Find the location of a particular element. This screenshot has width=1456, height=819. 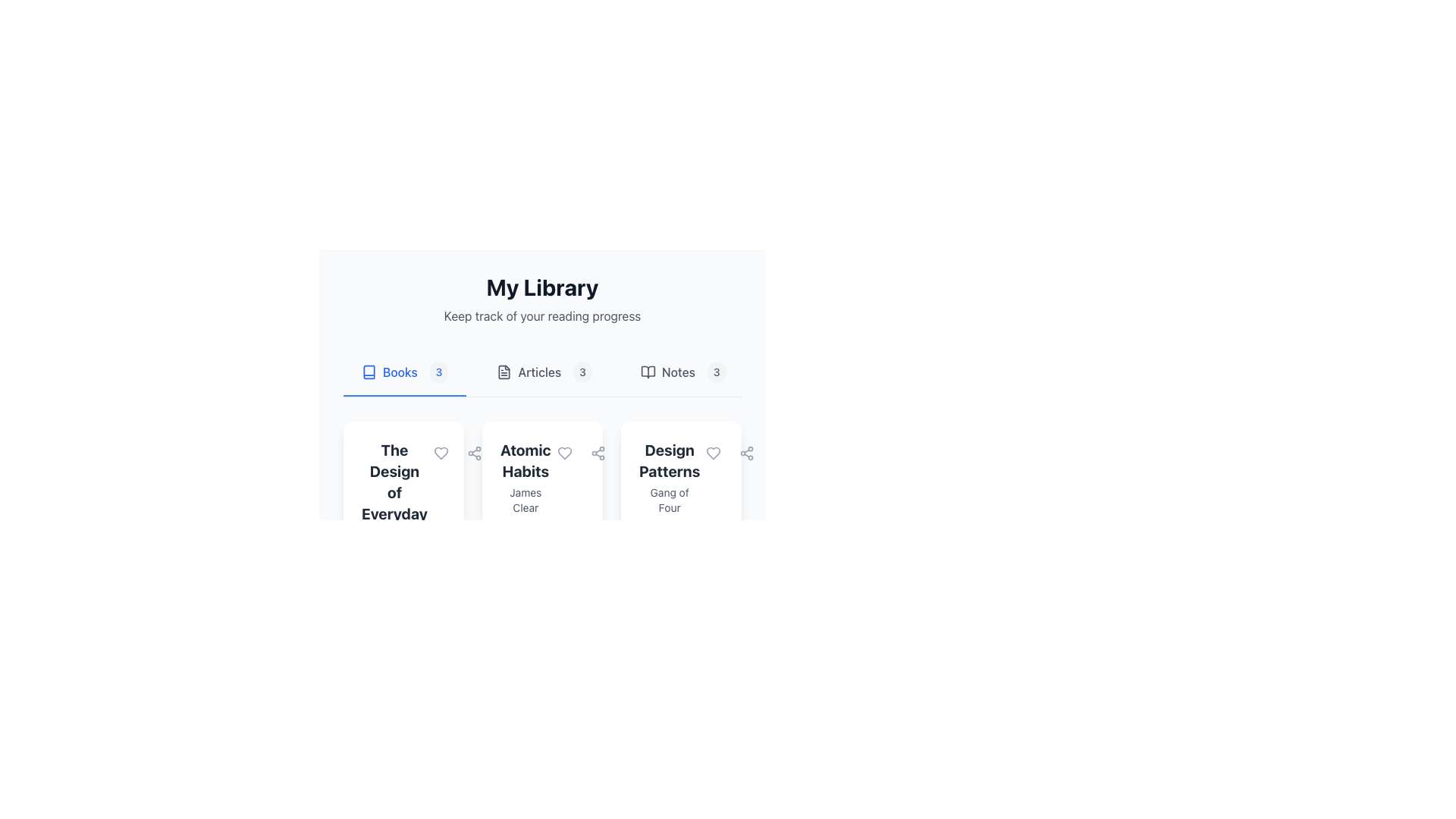

the 'Books' text label, which is styled in blue and located is located at coordinates (400, 372).